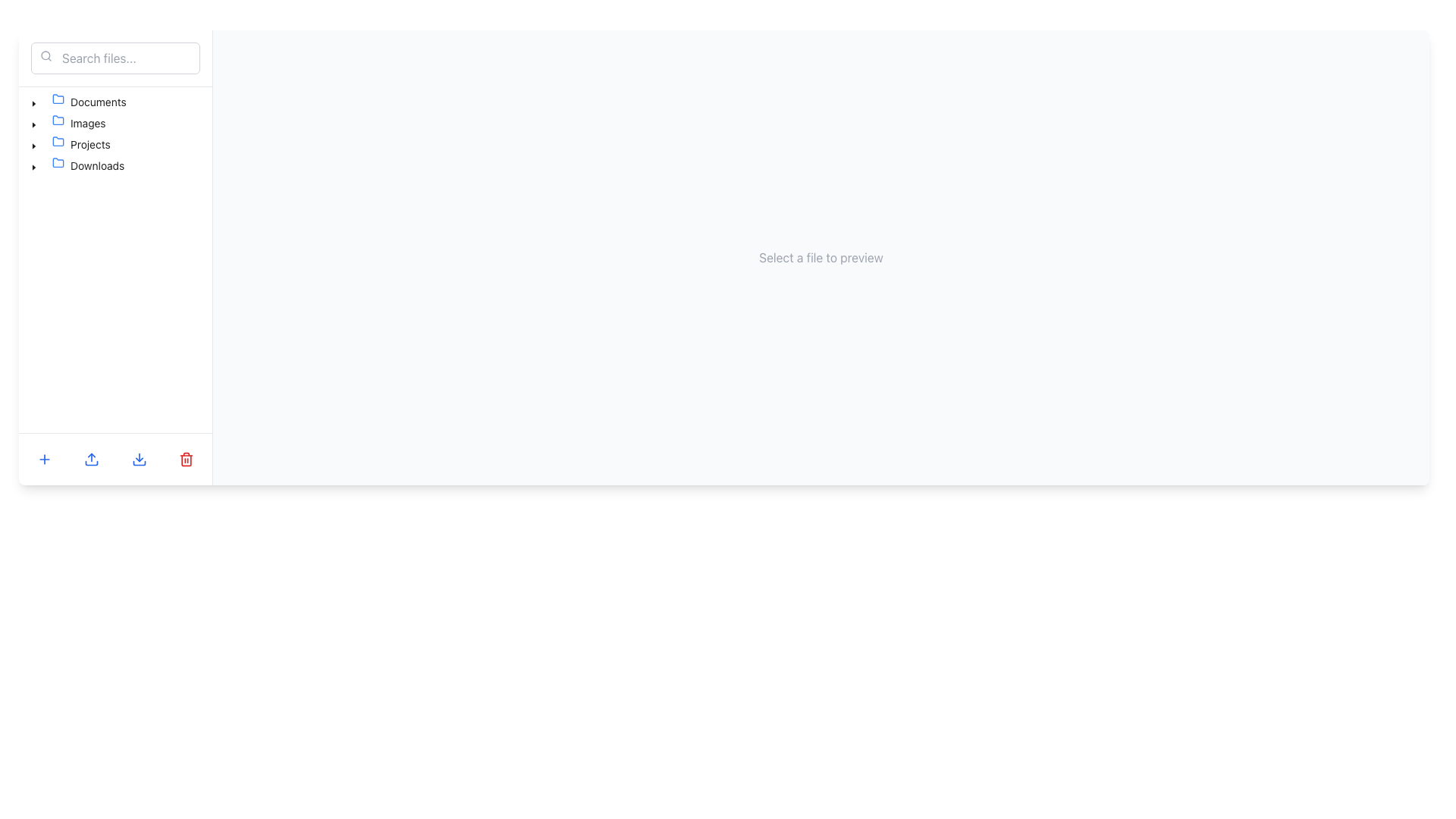 The image size is (1456, 819). Describe the element at coordinates (58, 119) in the screenshot. I see `the SVG icon representing the 'Images' folder` at that location.